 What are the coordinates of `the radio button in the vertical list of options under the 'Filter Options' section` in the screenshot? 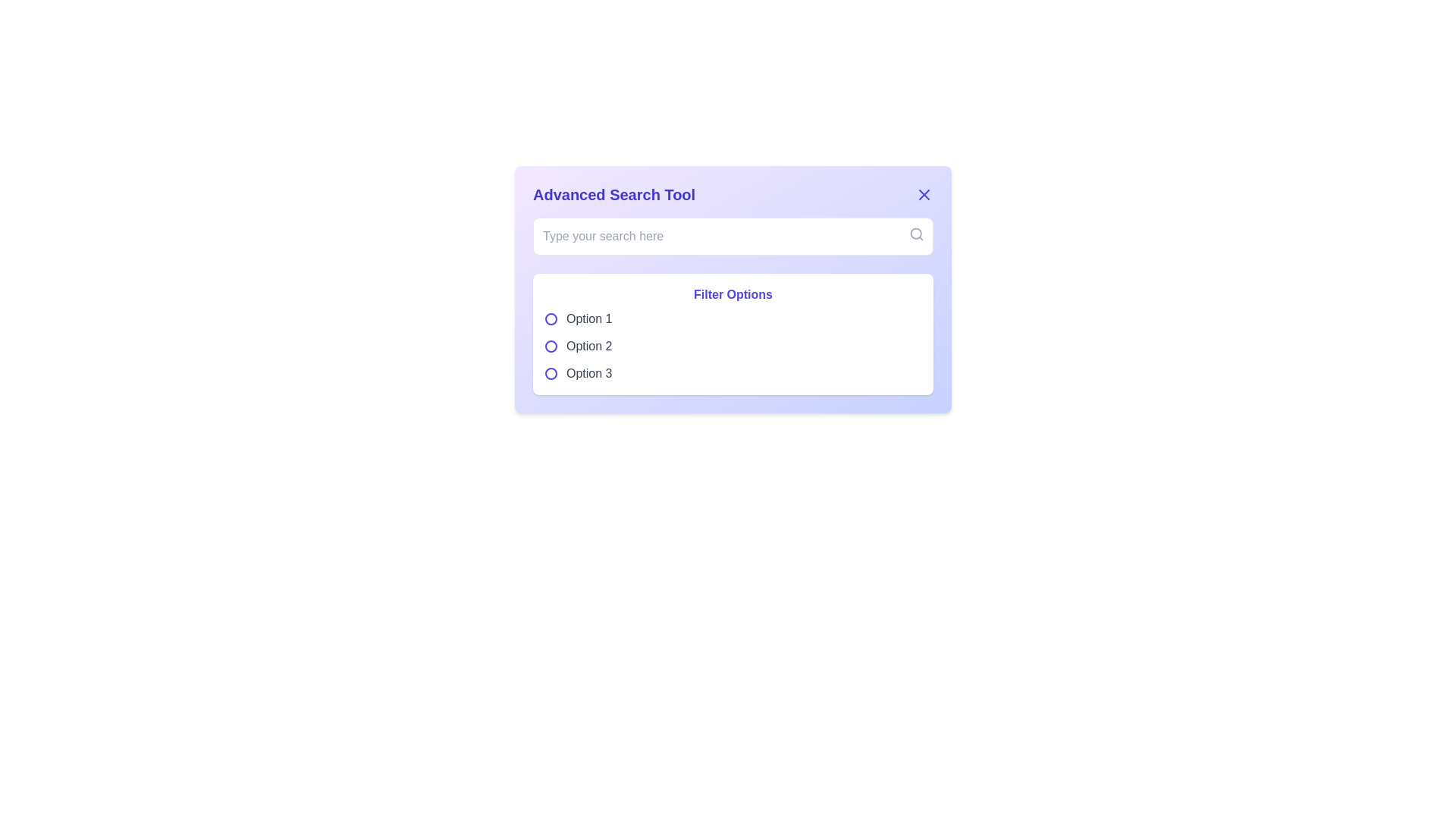 It's located at (733, 346).